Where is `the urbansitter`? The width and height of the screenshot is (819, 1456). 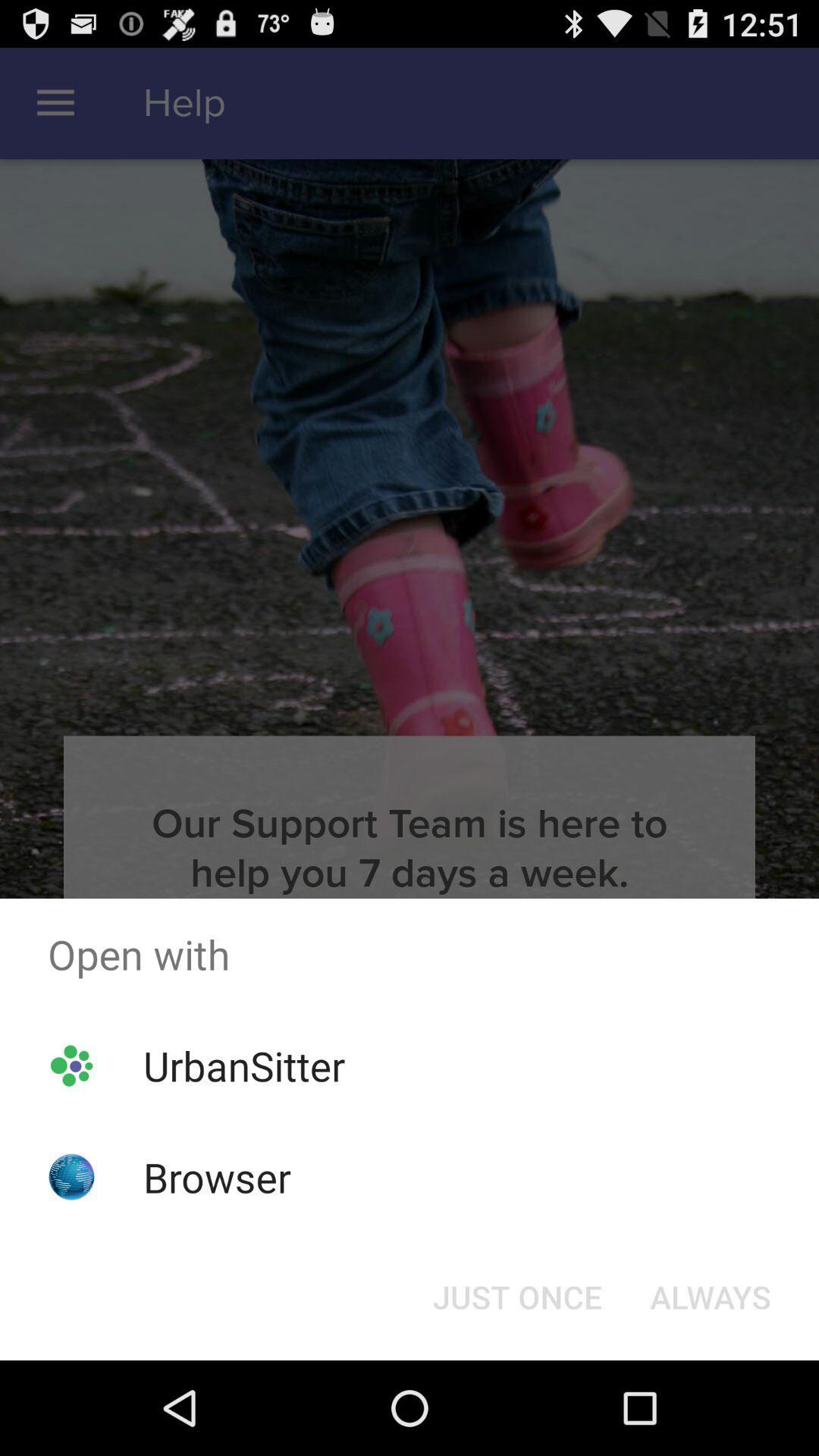 the urbansitter is located at coordinates (243, 1065).